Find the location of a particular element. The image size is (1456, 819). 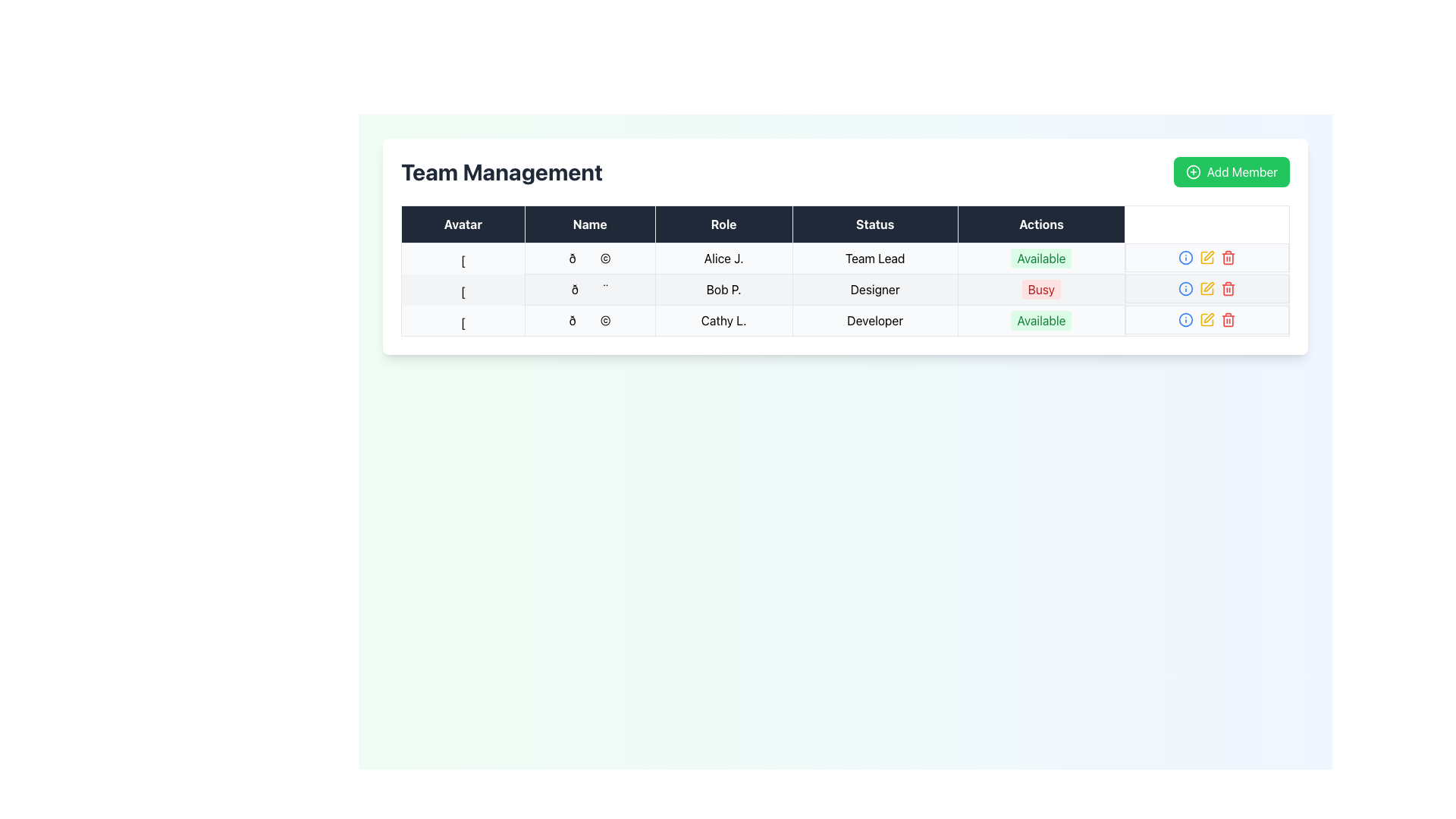

the central circular graphic component within the green 'Add Member' button, which serves as an indicator for adding a member is located at coordinates (1192, 171).